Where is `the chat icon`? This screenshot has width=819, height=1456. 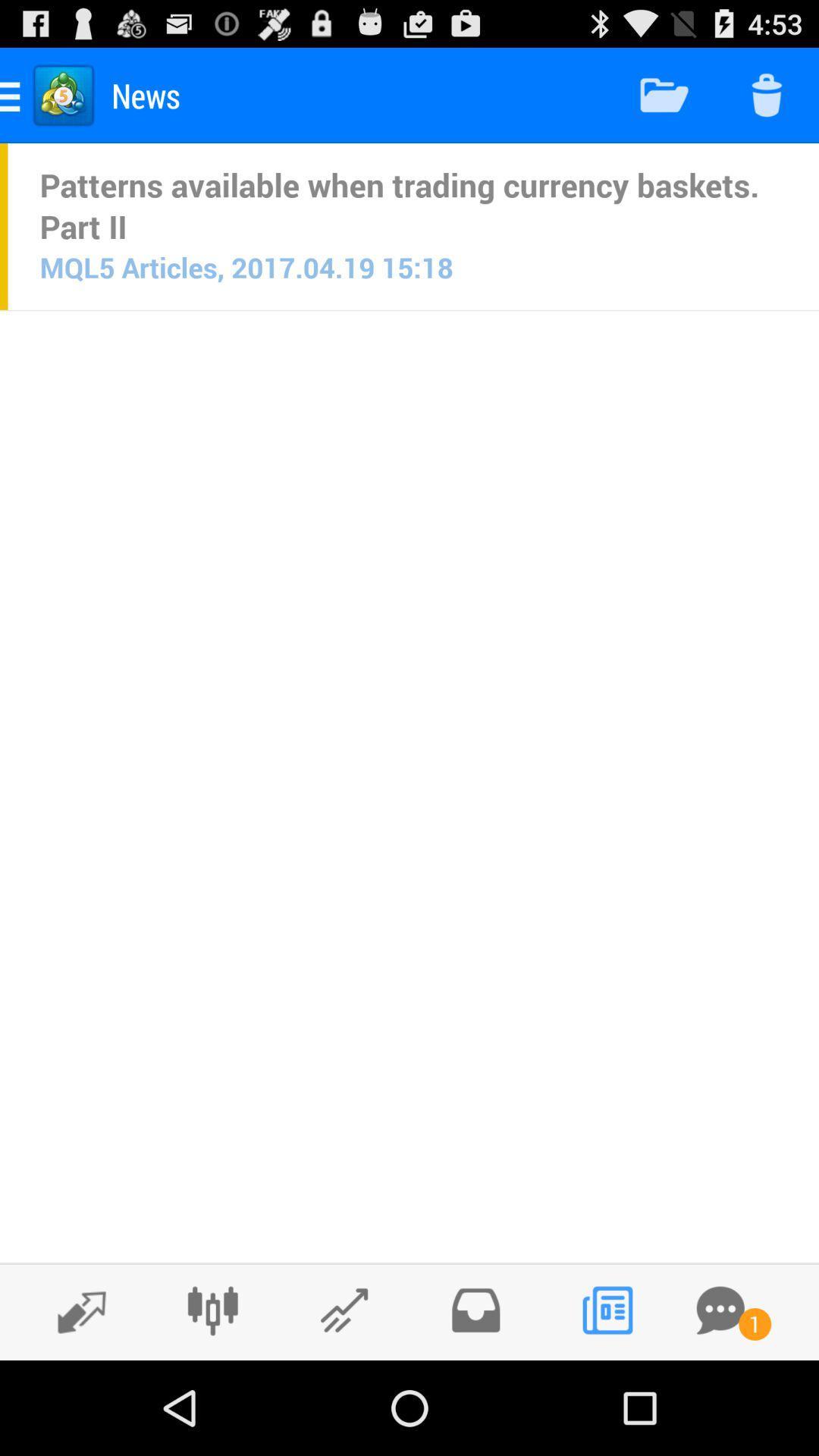 the chat icon is located at coordinates (720, 1401).